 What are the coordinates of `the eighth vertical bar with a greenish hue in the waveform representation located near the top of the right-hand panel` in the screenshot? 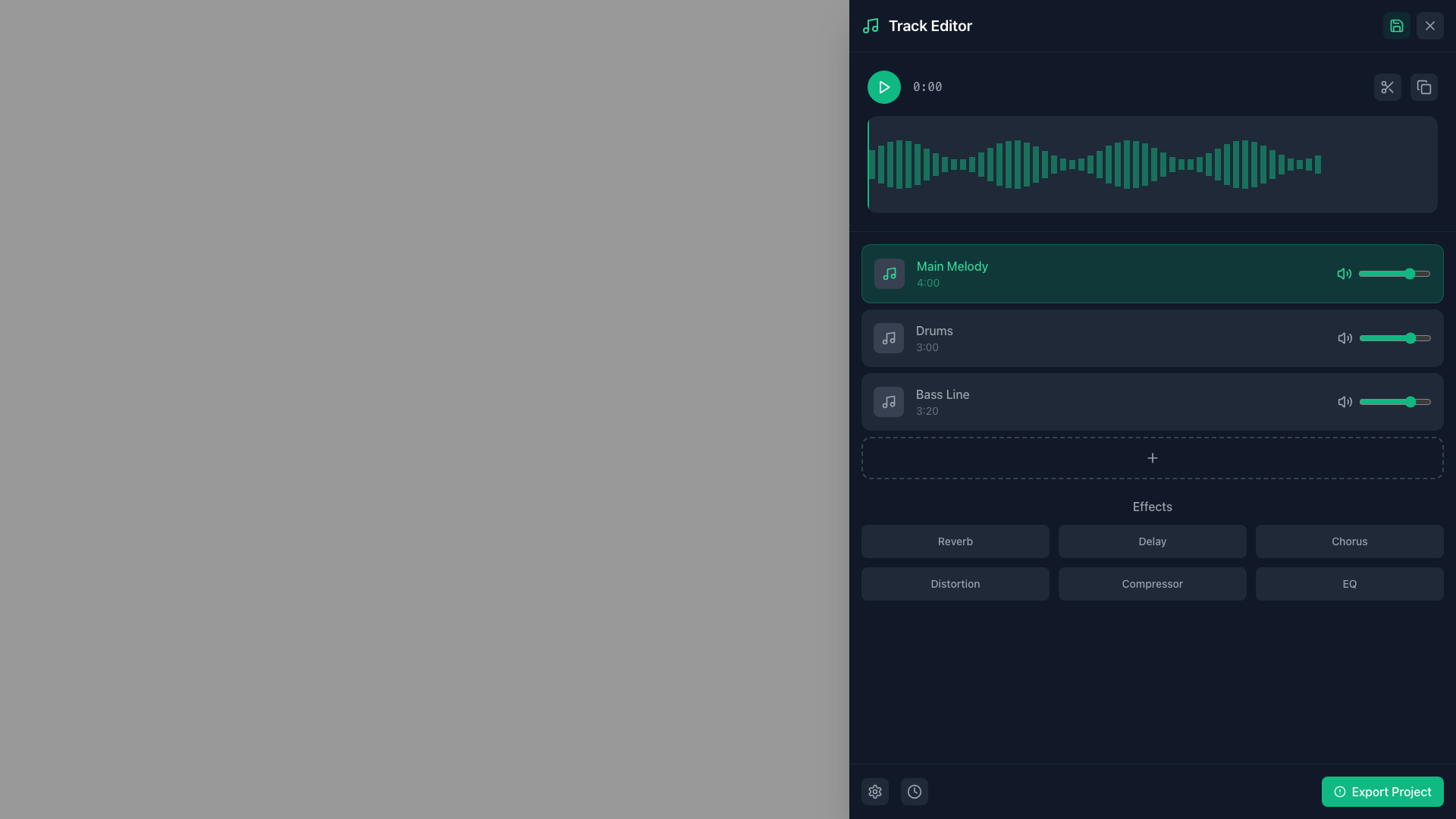 It's located at (934, 164).